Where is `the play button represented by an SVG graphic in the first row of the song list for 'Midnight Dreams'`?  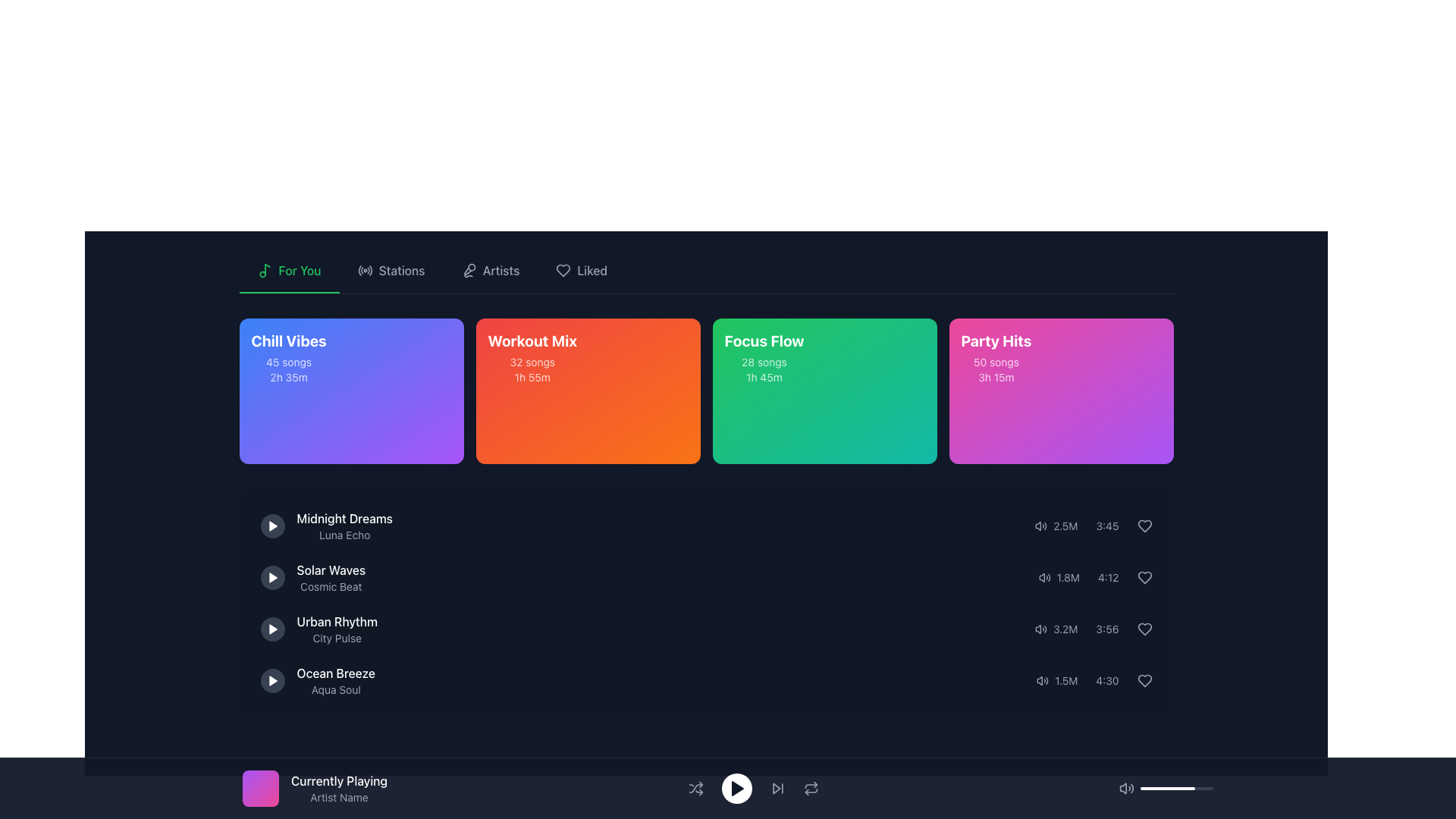
the play button represented by an SVG graphic in the first row of the song list for 'Midnight Dreams' is located at coordinates (273, 526).